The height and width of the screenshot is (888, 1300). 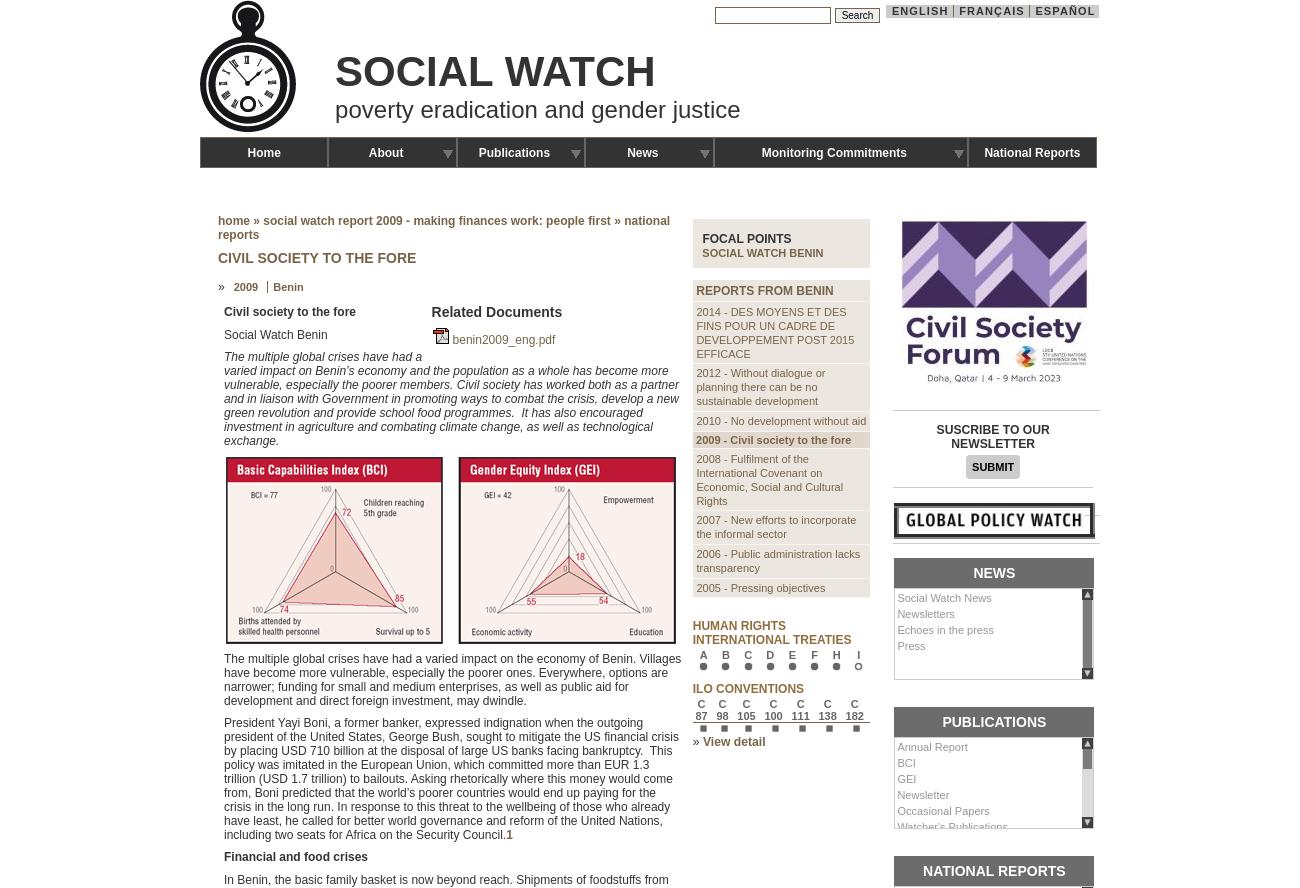 What do you see at coordinates (799, 709) in the screenshot?
I see `'C 111'` at bounding box center [799, 709].